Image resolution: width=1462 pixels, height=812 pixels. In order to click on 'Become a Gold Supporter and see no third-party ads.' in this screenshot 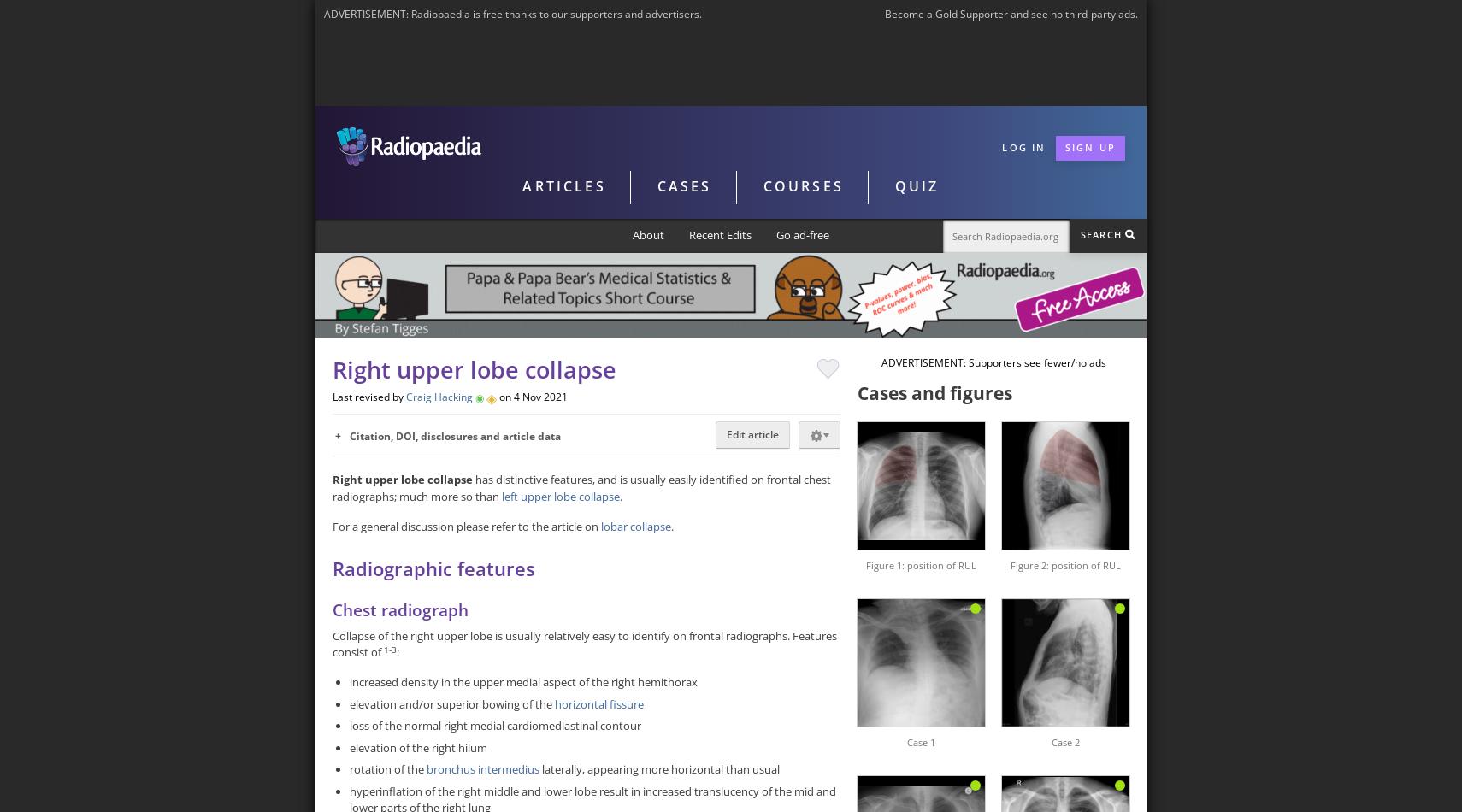, I will do `click(1010, 14)`.